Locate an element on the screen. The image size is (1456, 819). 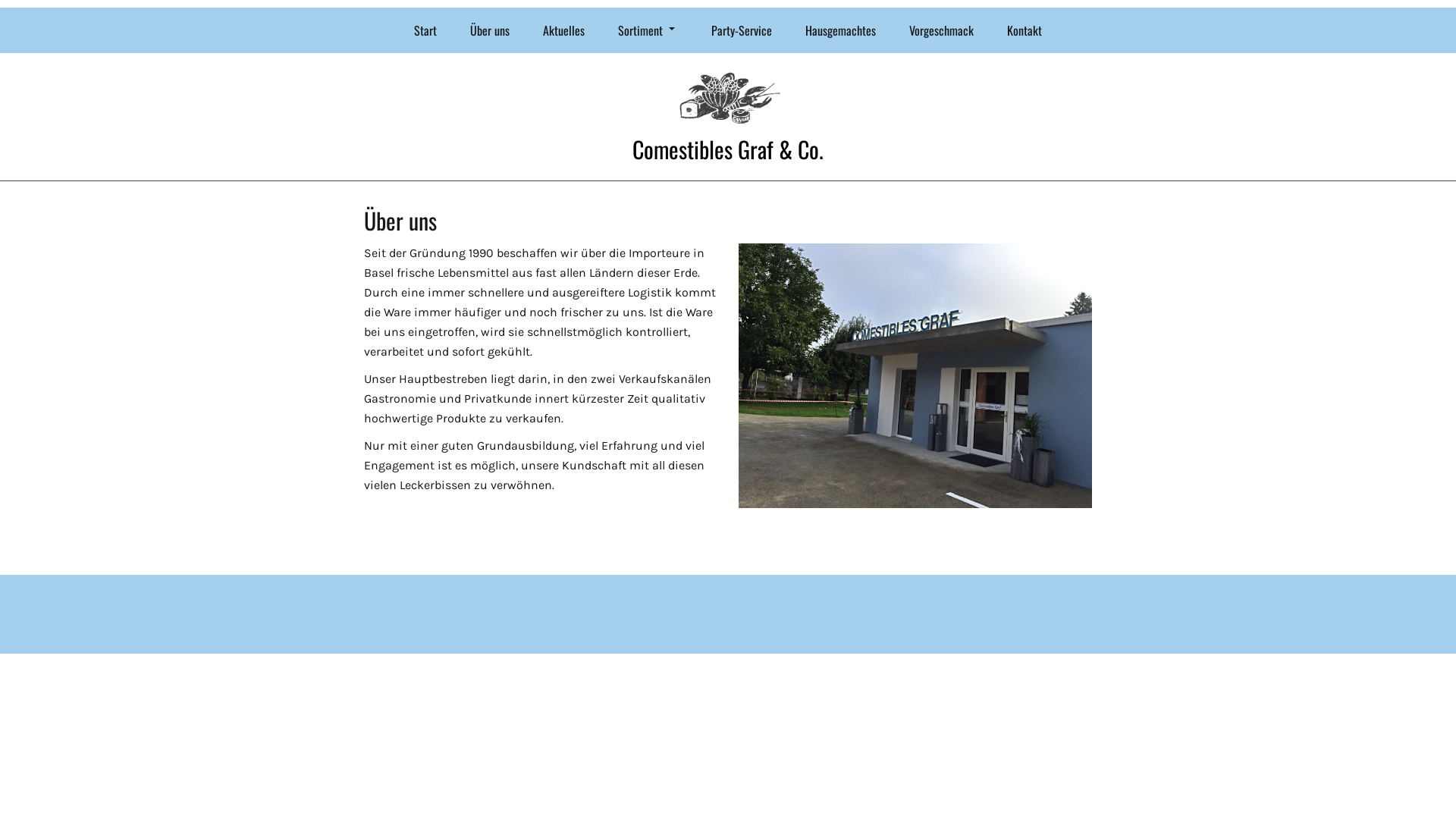
'Kontakt' is located at coordinates (992, 30).